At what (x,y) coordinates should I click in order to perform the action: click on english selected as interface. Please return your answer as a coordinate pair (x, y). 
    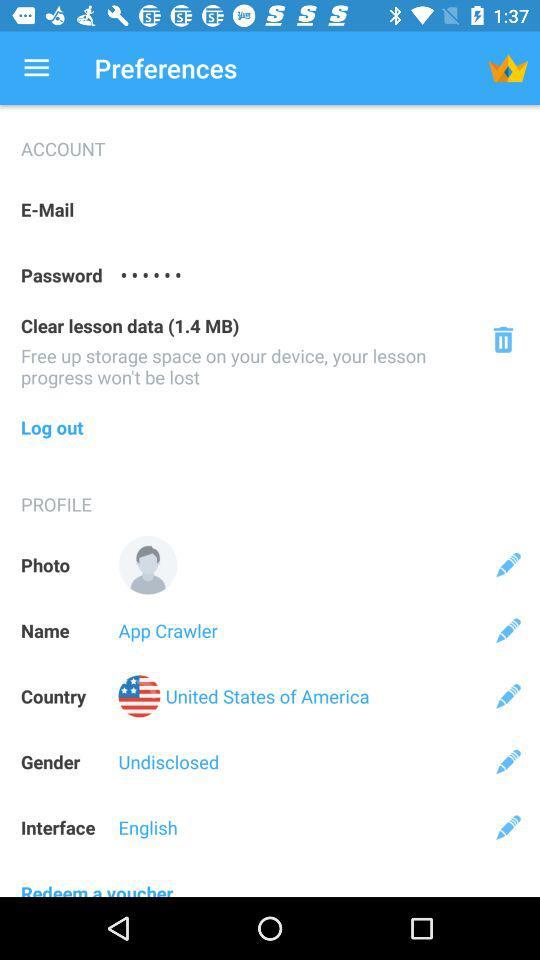
    Looking at the image, I should click on (508, 827).